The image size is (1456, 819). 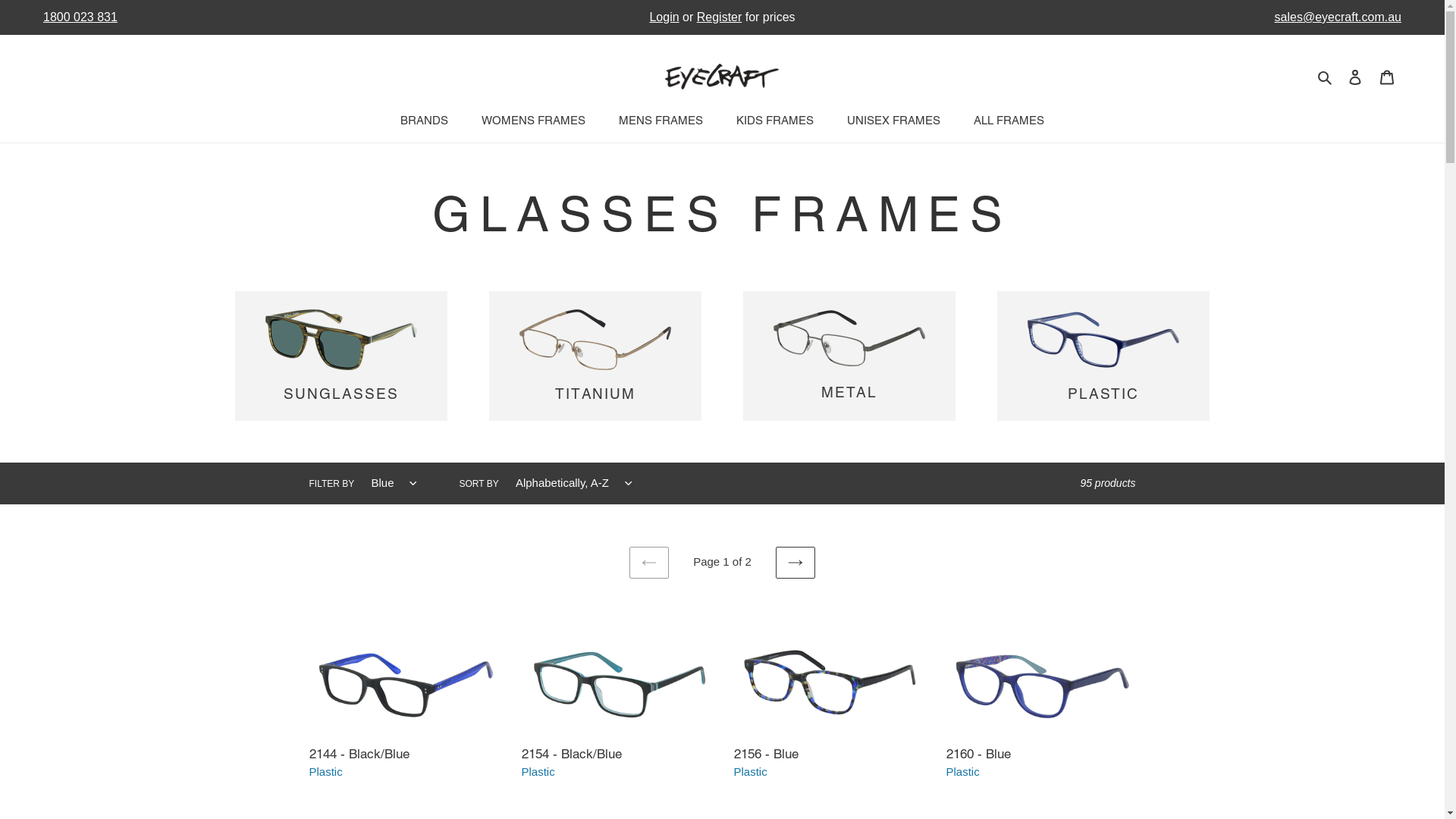 I want to click on 'BRANDS', so click(x=424, y=121).